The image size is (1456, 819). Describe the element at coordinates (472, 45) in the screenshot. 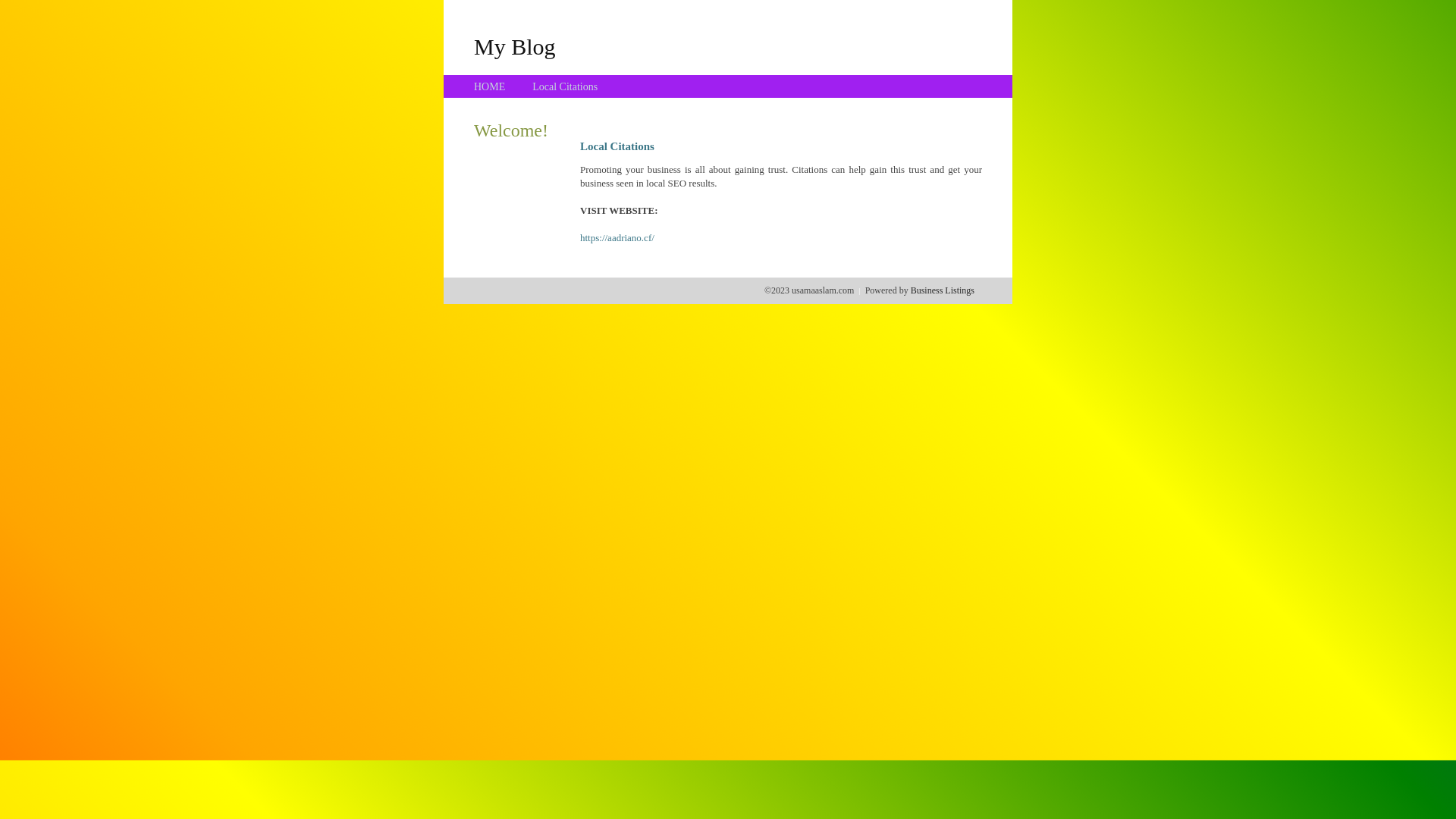

I see `'My Blog'` at that location.